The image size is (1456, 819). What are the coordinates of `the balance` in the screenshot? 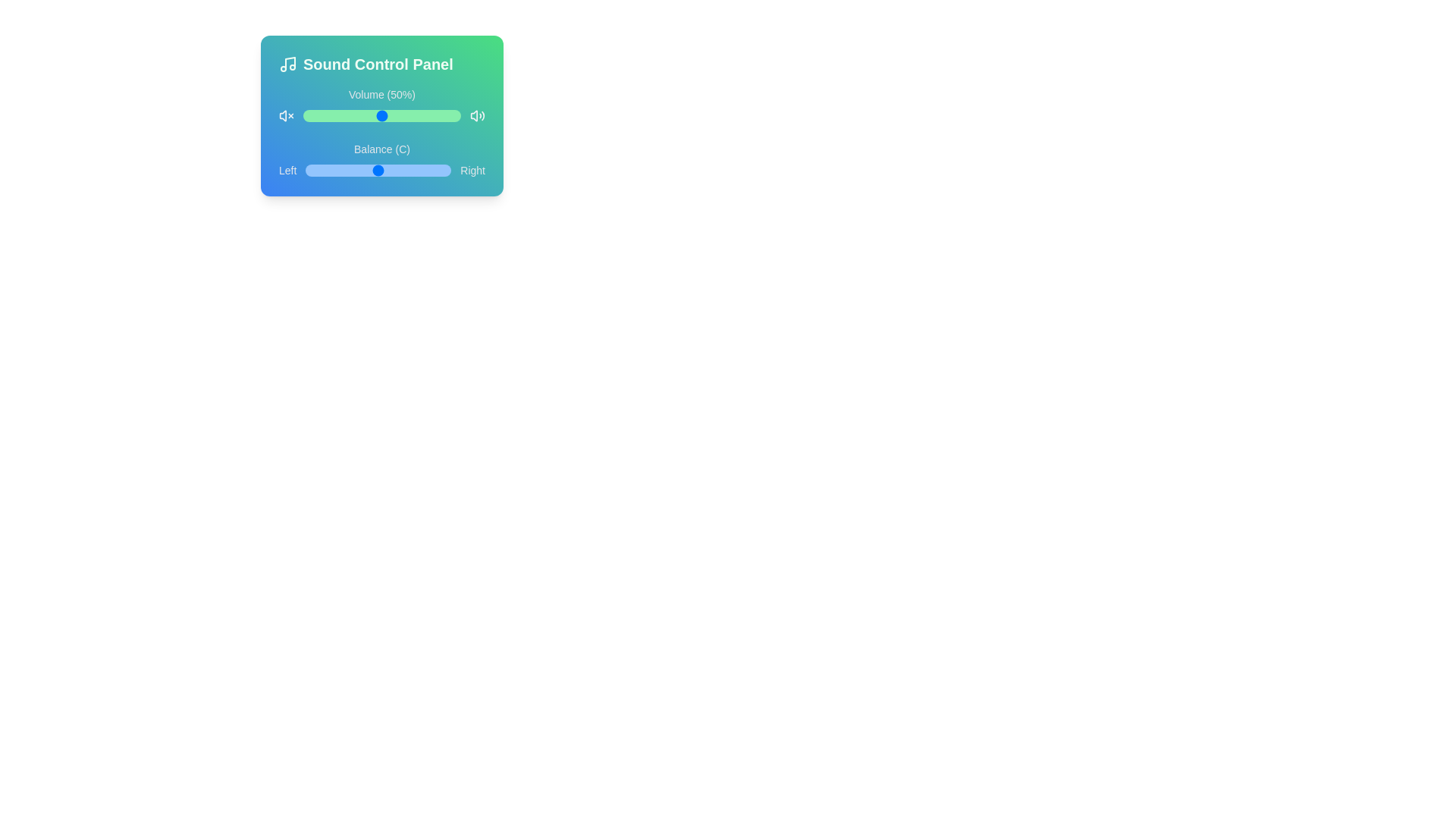 It's located at (354, 170).